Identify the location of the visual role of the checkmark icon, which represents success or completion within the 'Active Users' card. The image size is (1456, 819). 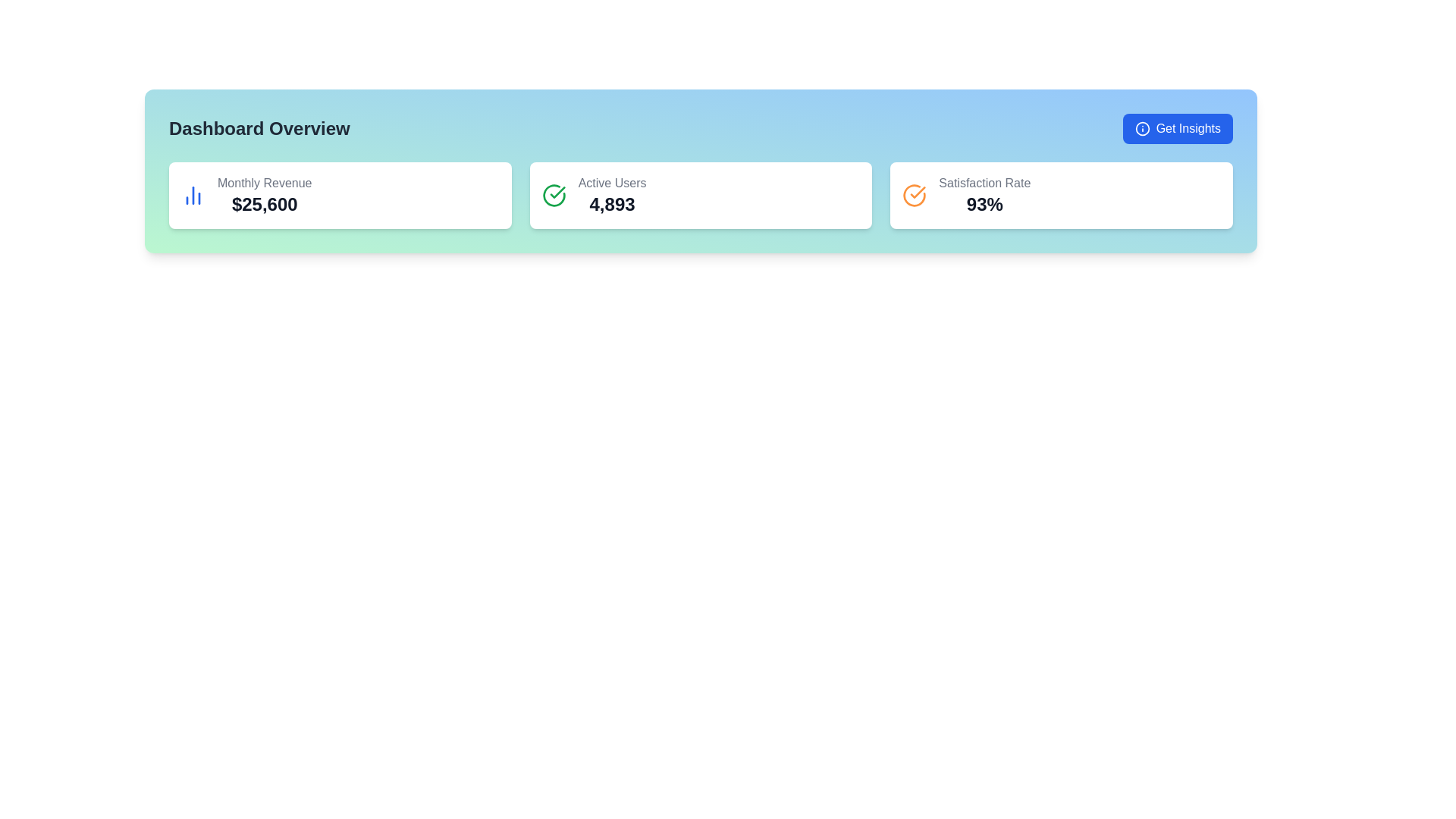
(917, 192).